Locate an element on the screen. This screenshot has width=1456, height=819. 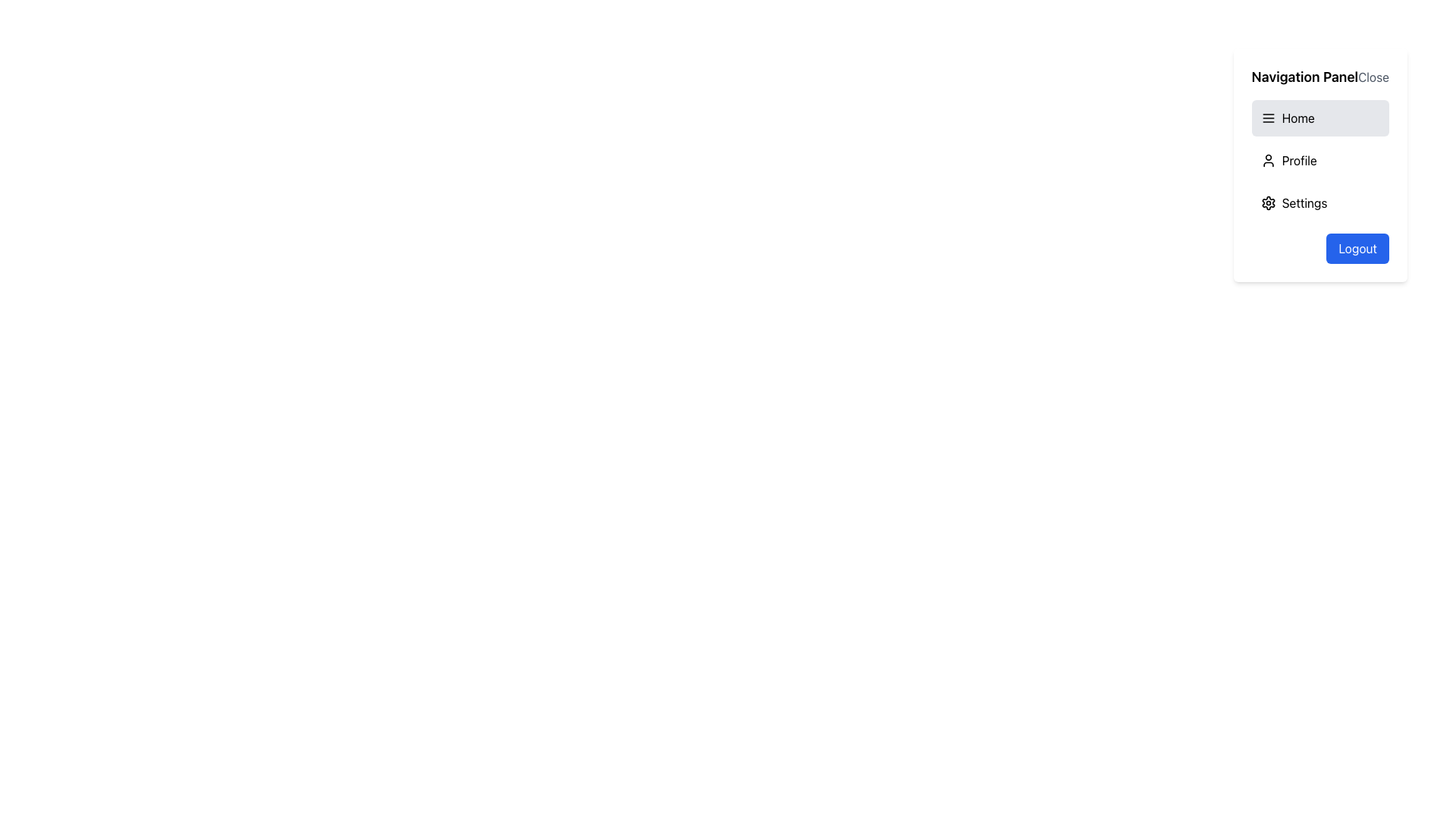
the 'Home' menu option located at the top of the navigation panel is located at coordinates (1319, 117).